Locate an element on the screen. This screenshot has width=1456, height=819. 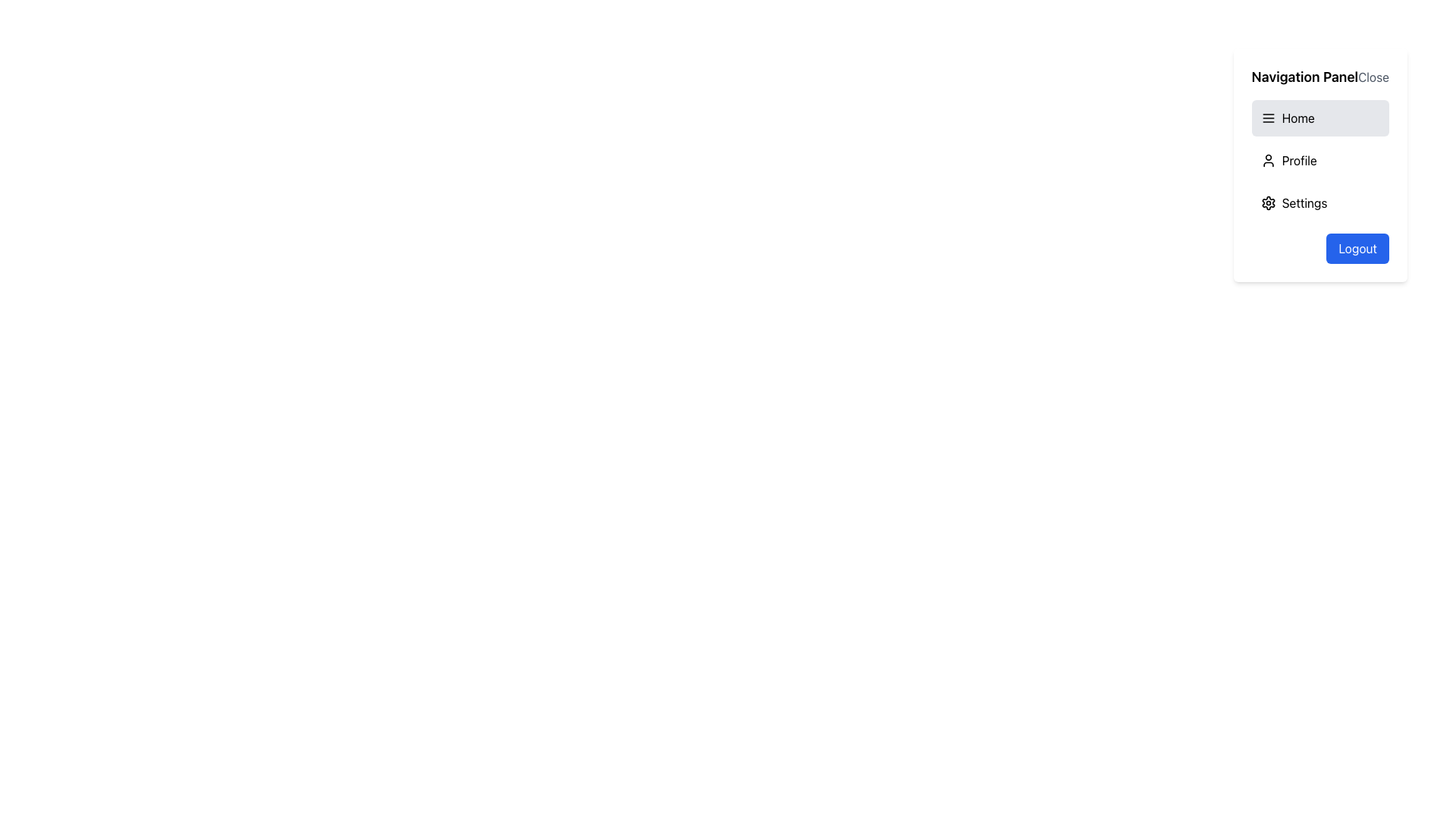
the 'Home' menu option located at the top of the navigation panel is located at coordinates (1319, 117).